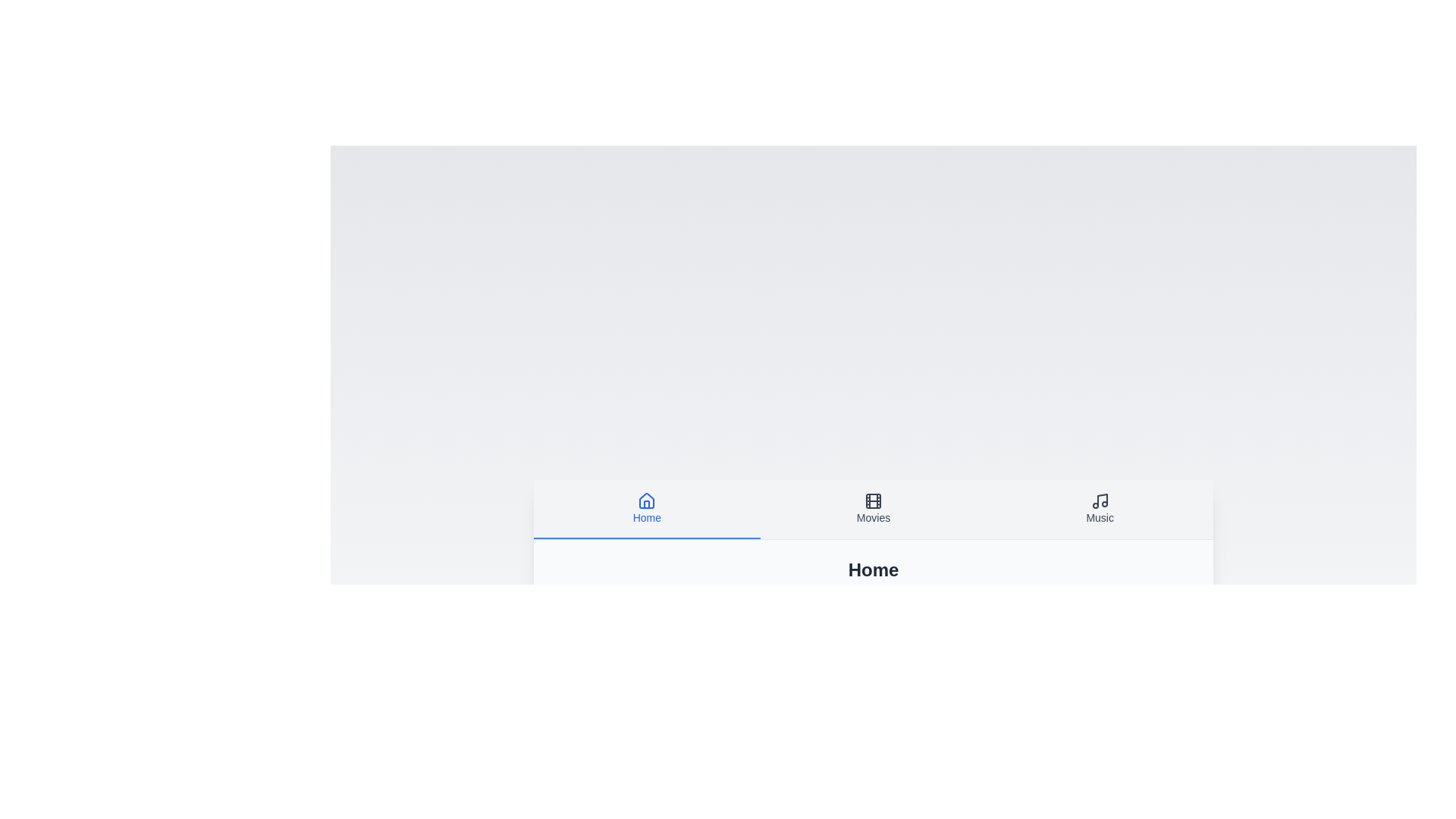 This screenshot has width=1456, height=819. What do you see at coordinates (647, 509) in the screenshot?
I see `the Home tab to activate it` at bounding box center [647, 509].